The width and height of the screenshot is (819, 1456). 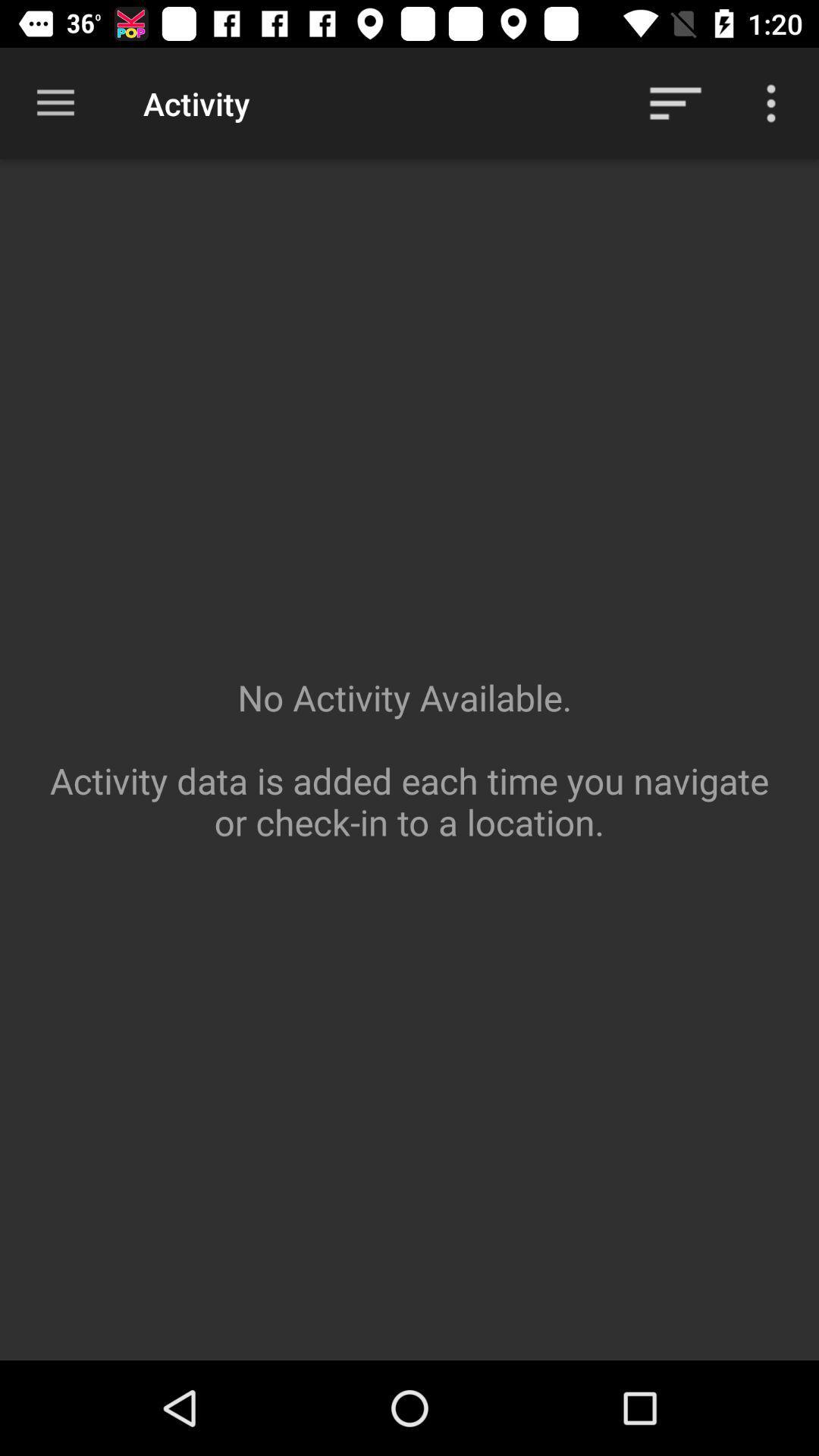 What do you see at coordinates (55, 102) in the screenshot?
I see `item to the left of the activity item` at bounding box center [55, 102].